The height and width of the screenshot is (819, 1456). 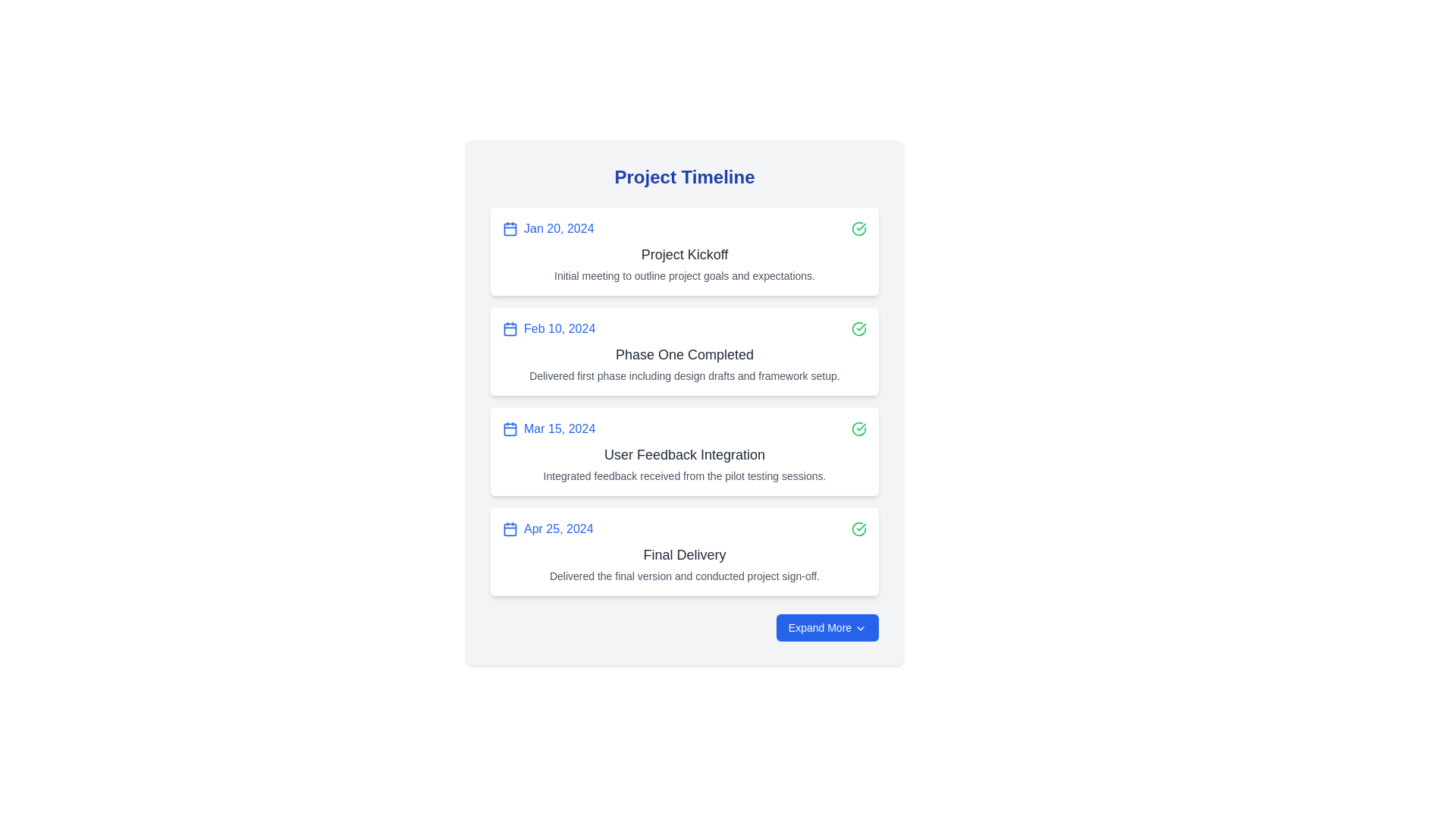 I want to click on the SVG calendar icon representing the date 'Apr 25, 2024', located to the left of the text in the fourth item under 'Project Timeline', so click(x=510, y=529).